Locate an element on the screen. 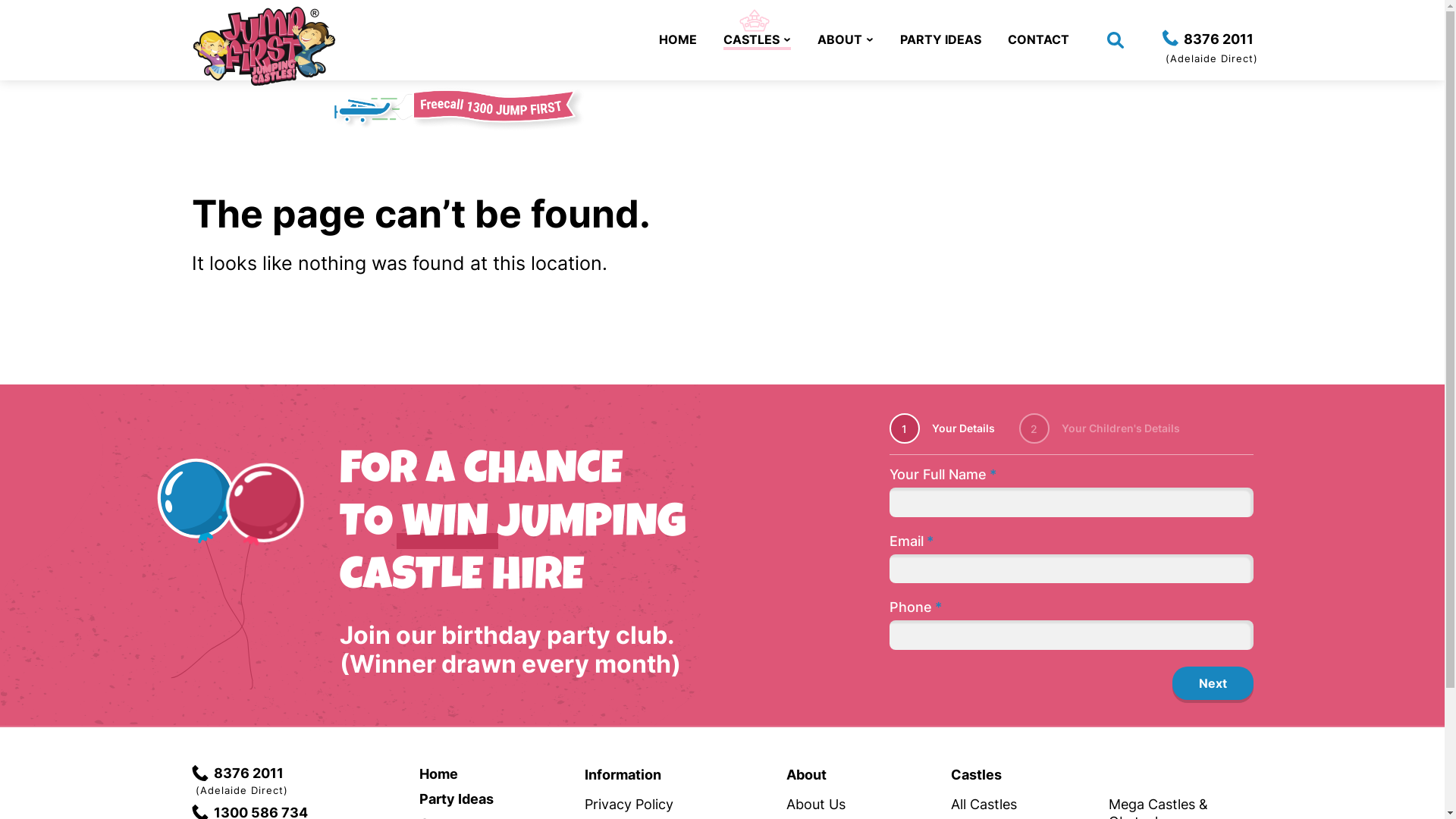 The image size is (1456, 819). 'CONTACT' is located at coordinates (1037, 38).